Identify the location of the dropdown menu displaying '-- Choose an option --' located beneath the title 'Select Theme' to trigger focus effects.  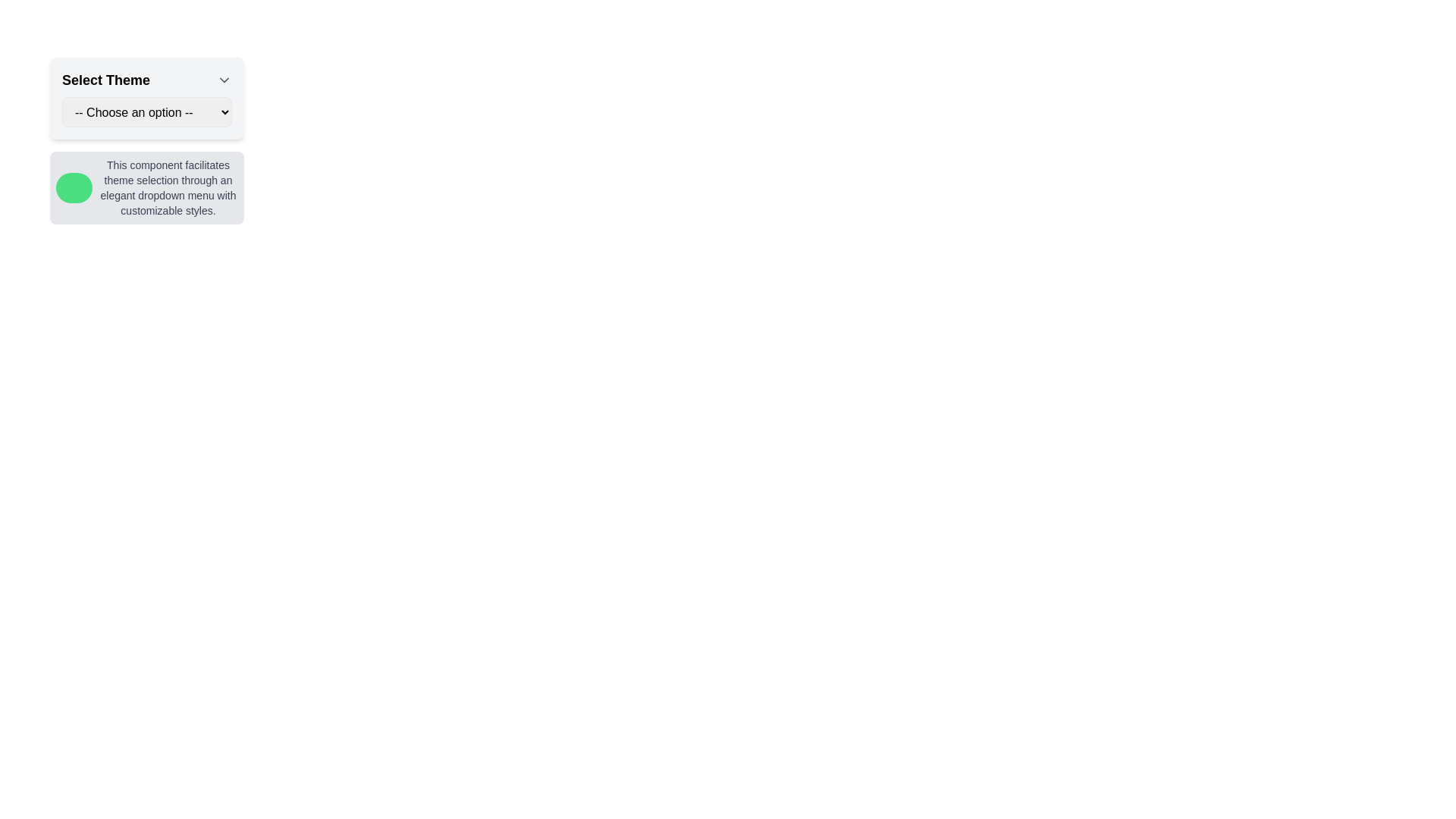
(146, 111).